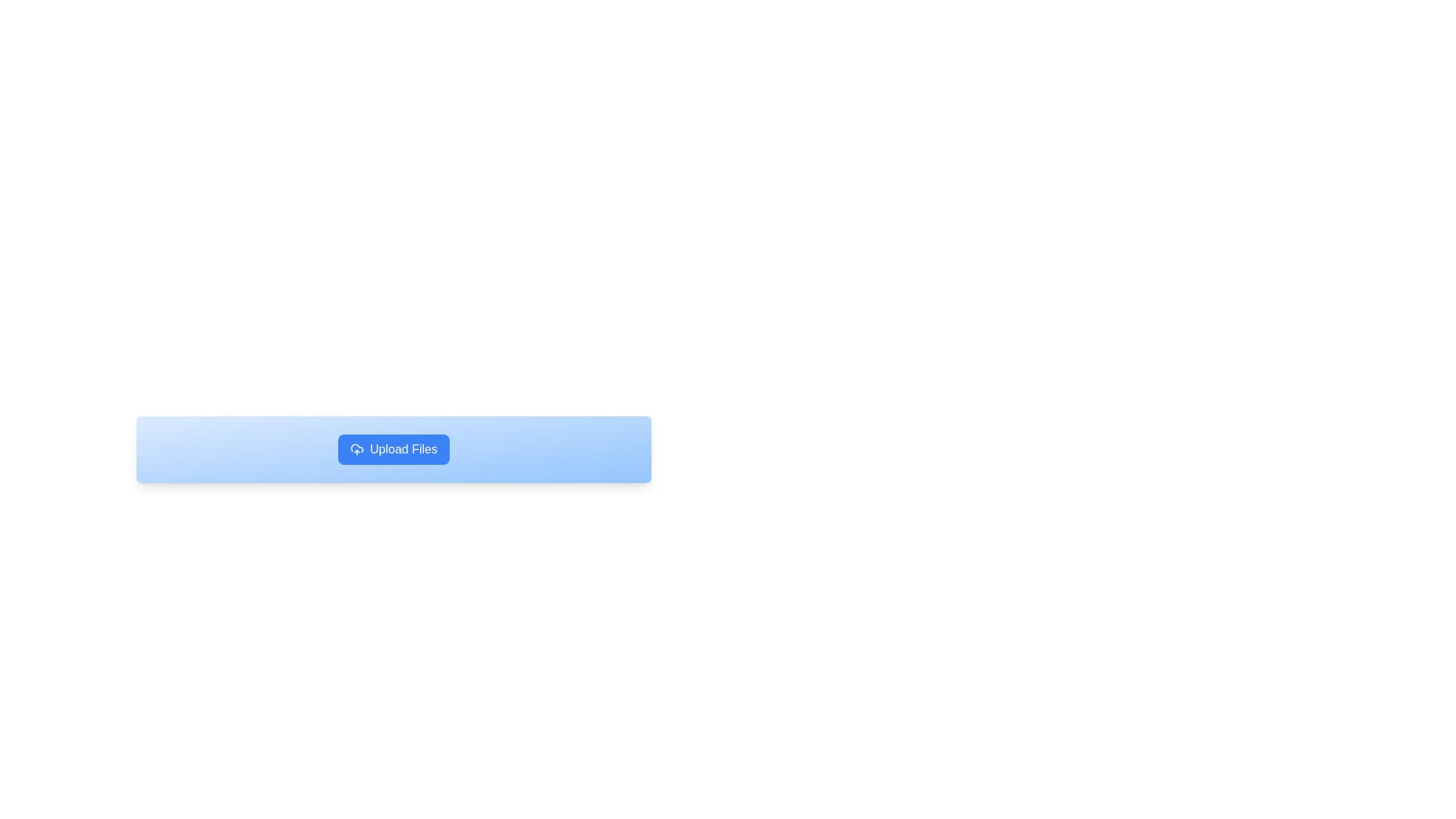  I want to click on the 'Upload Files' button, which has a blue background, rounded corners, and white text with a cloud icon, so click(394, 449).